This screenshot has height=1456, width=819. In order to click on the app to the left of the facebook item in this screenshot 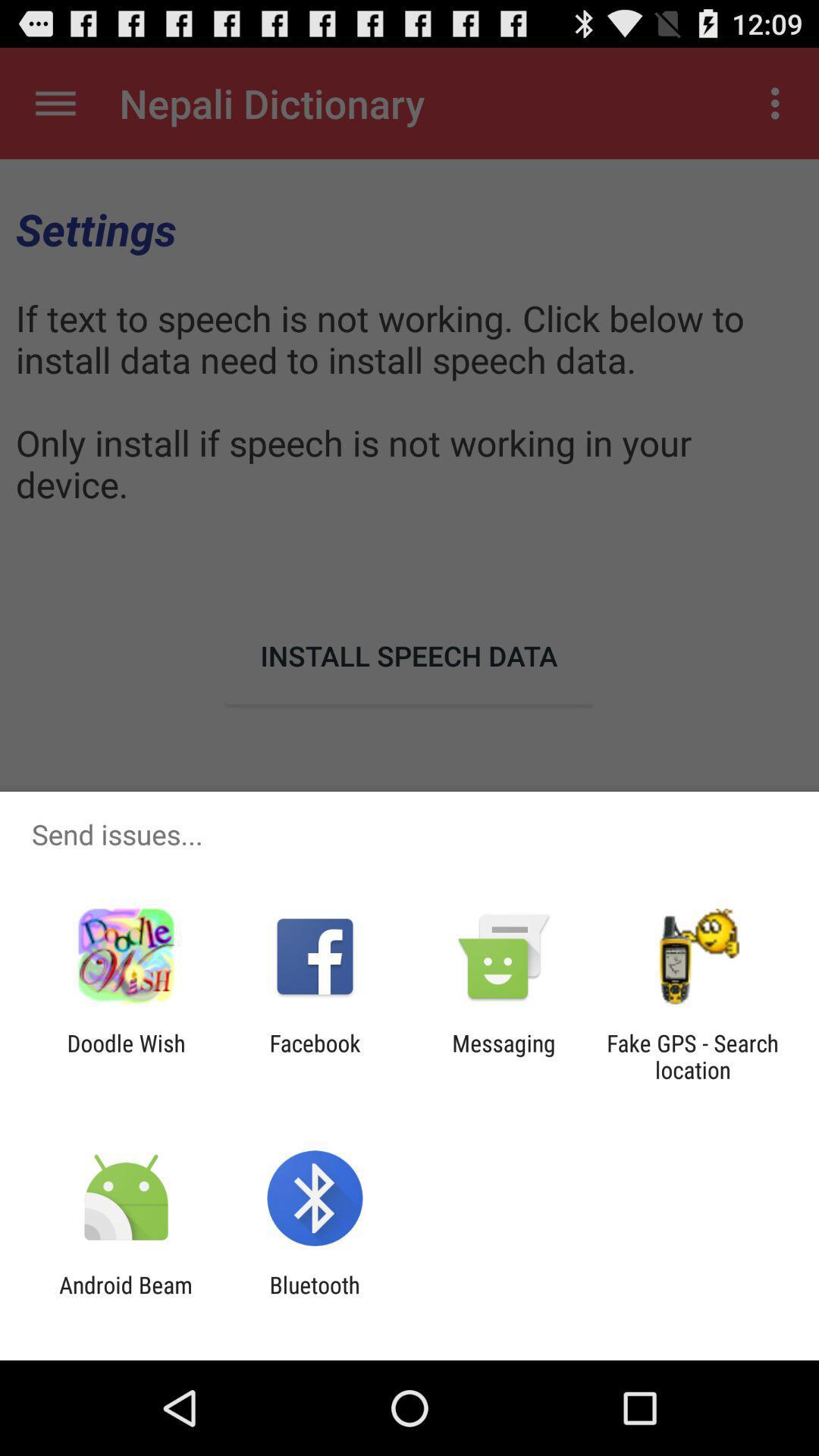, I will do `click(125, 1056)`.